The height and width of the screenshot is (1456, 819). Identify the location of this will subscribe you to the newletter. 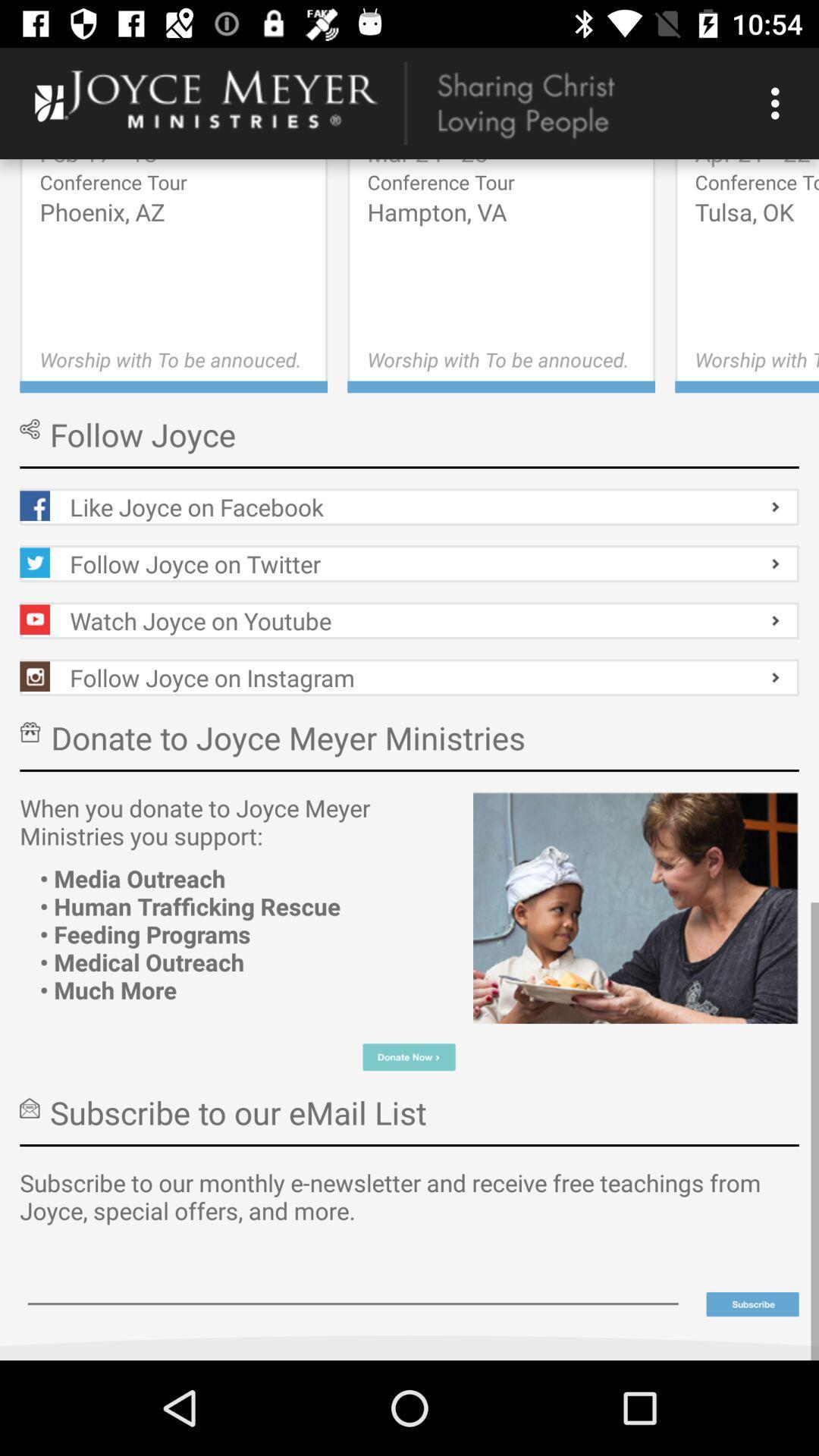
(752, 1304).